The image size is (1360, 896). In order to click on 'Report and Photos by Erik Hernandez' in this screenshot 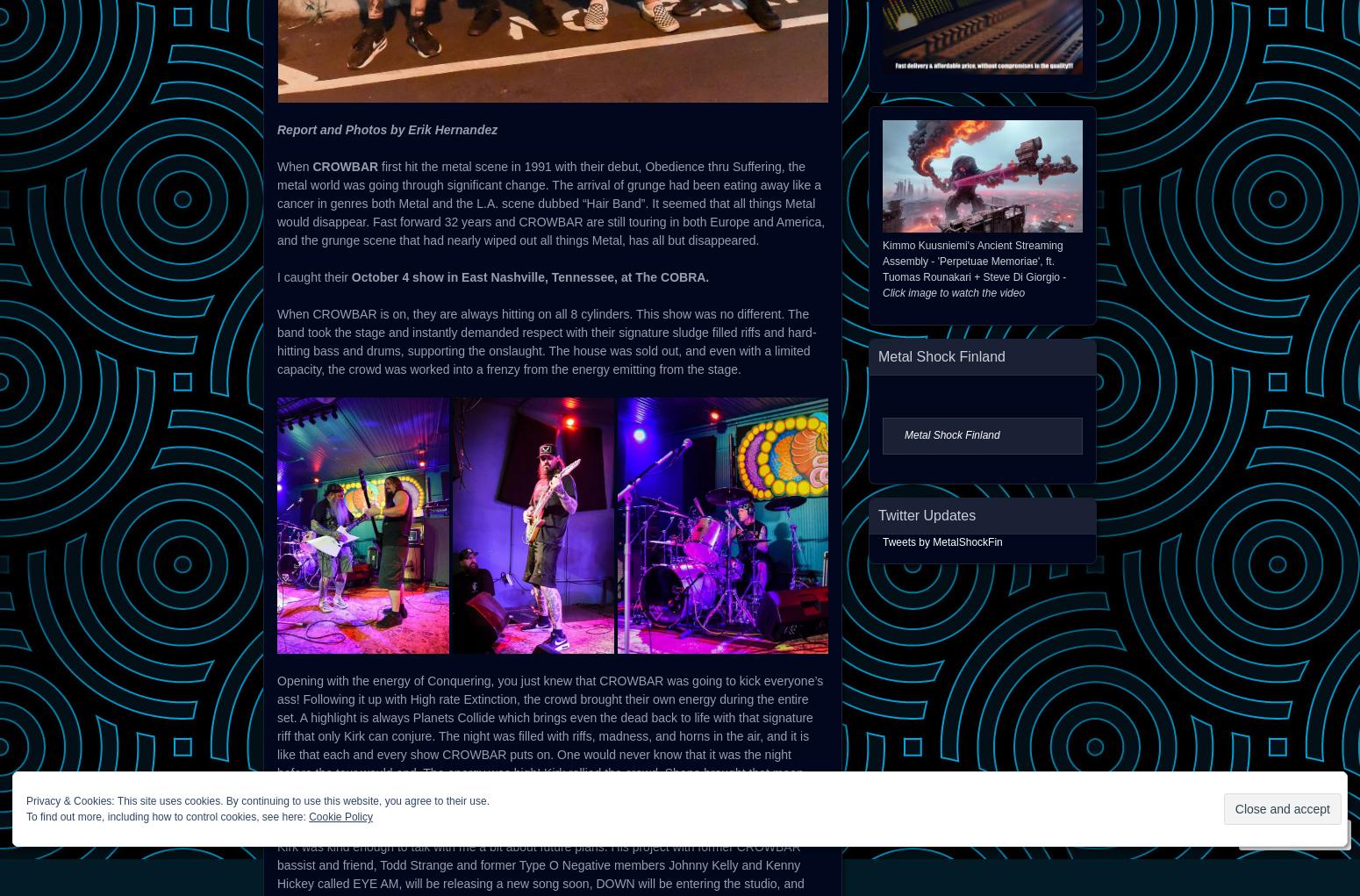, I will do `click(387, 129)`.